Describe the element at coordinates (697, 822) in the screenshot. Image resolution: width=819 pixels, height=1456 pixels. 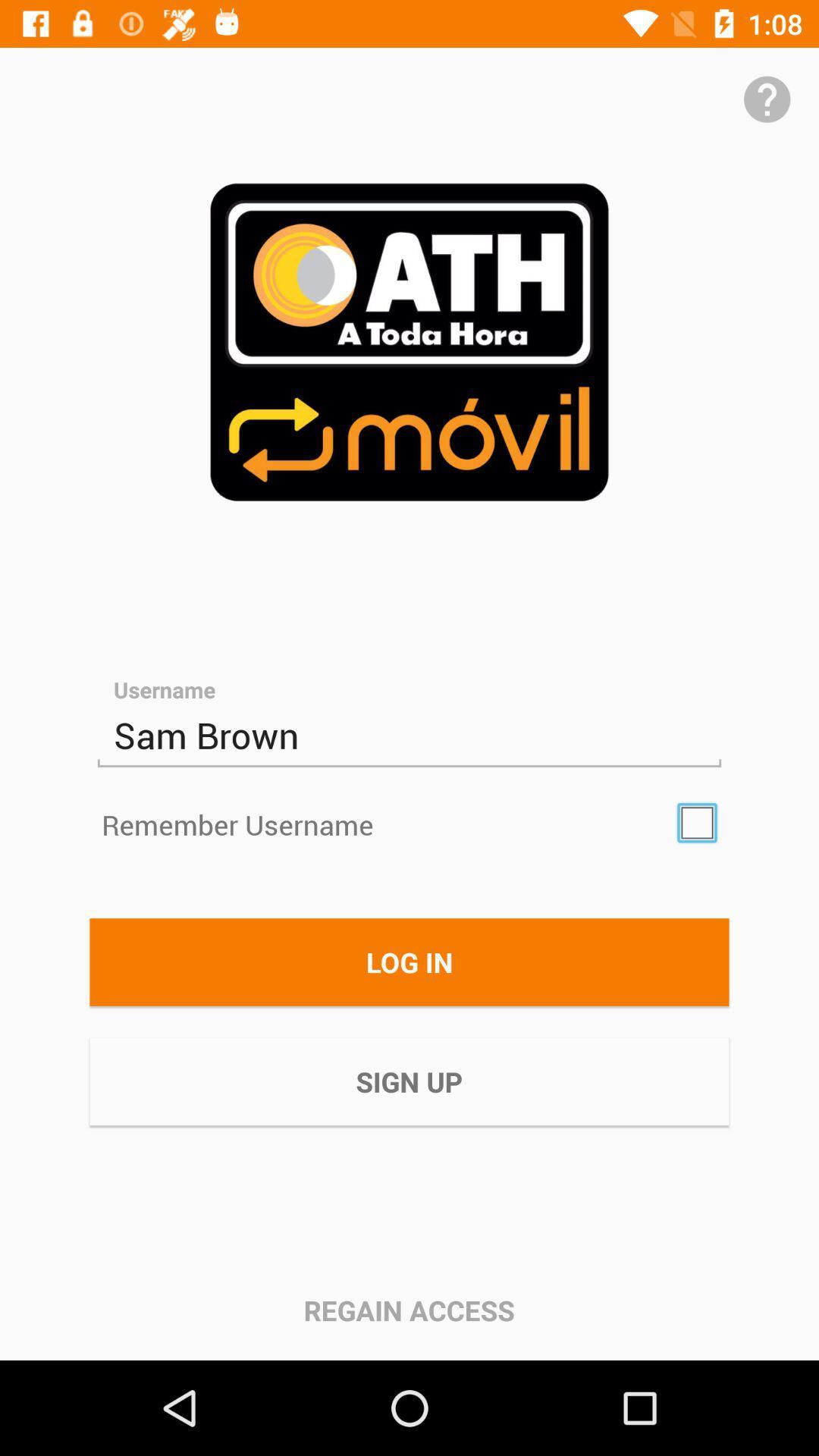
I see `the icon on the right` at that location.